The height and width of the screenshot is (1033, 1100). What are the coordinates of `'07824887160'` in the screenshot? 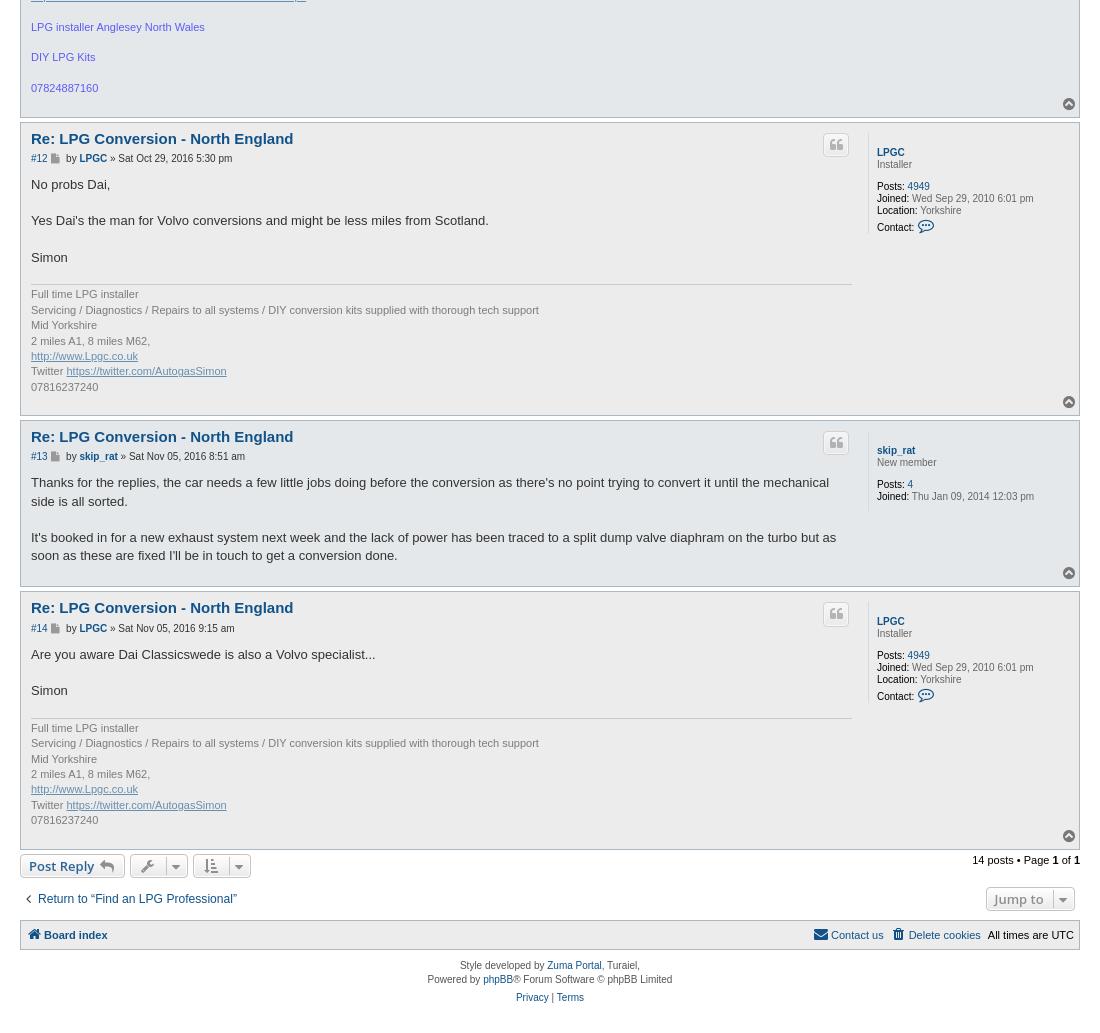 It's located at (63, 88).